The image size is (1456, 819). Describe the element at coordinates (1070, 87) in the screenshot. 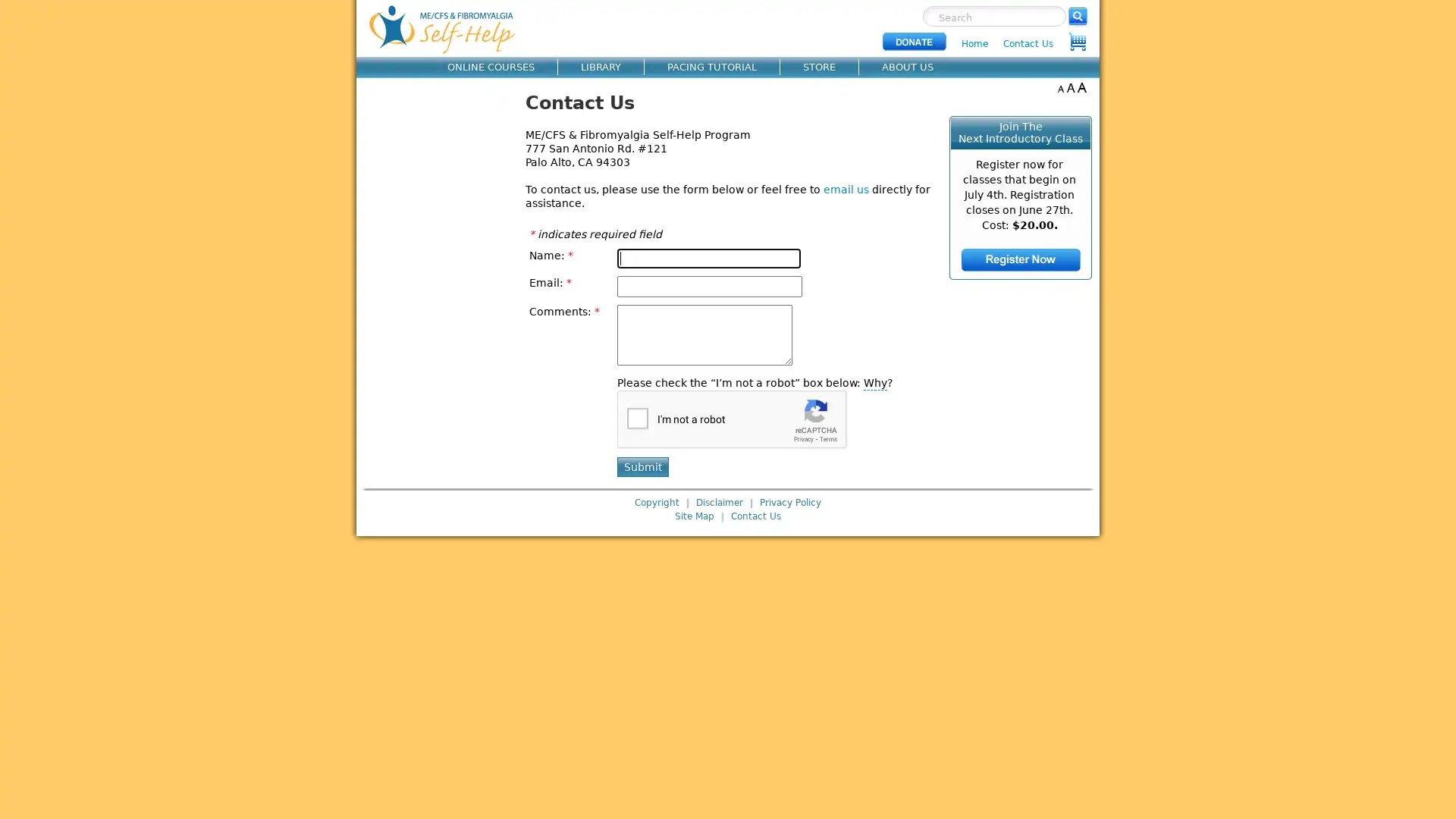

I see `A` at that location.